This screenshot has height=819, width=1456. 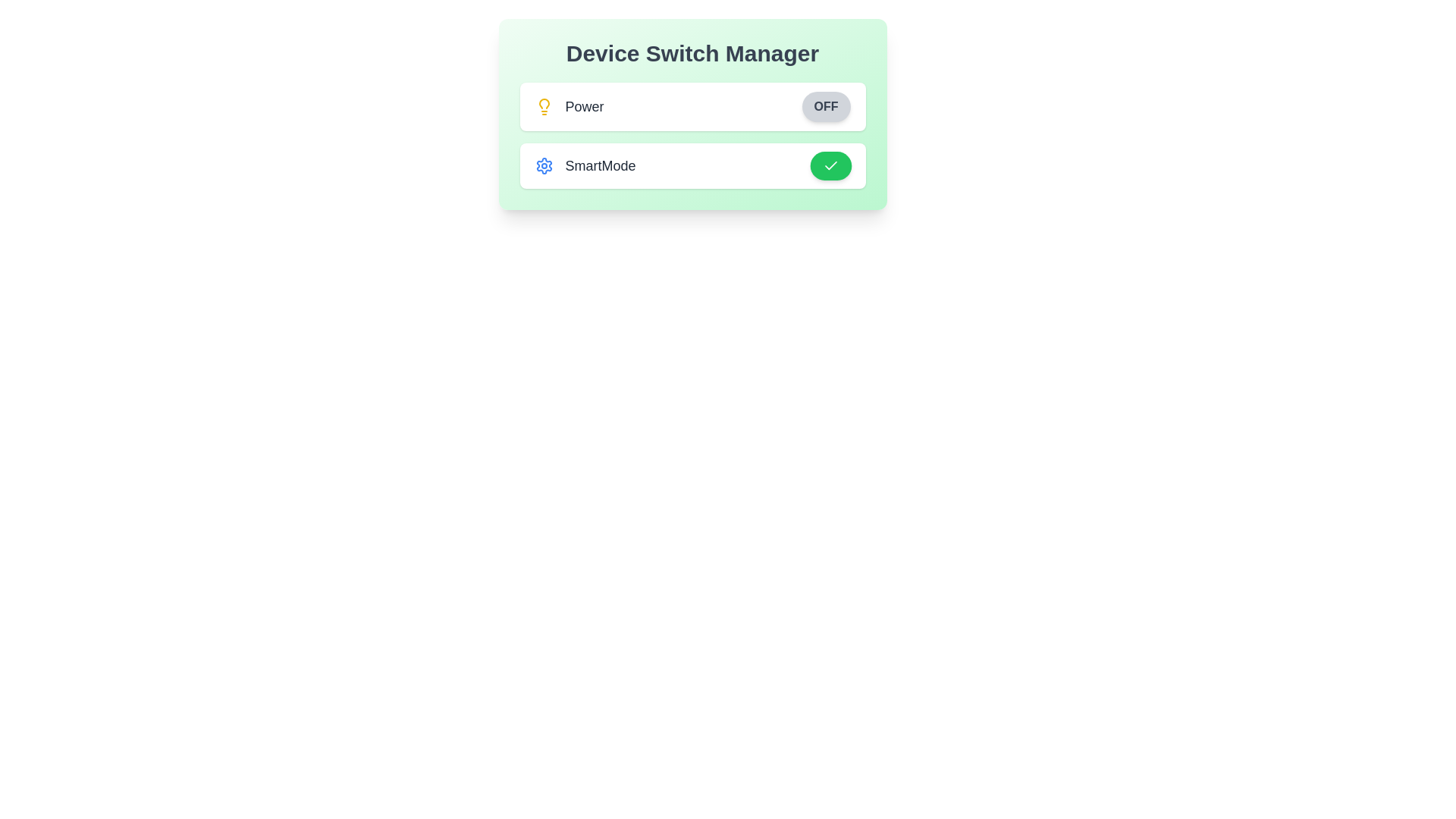 What do you see at coordinates (830, 166) in the screenshot?
I see `'SmartMode' toggle button to change its state` at bounding box center [830, 166].